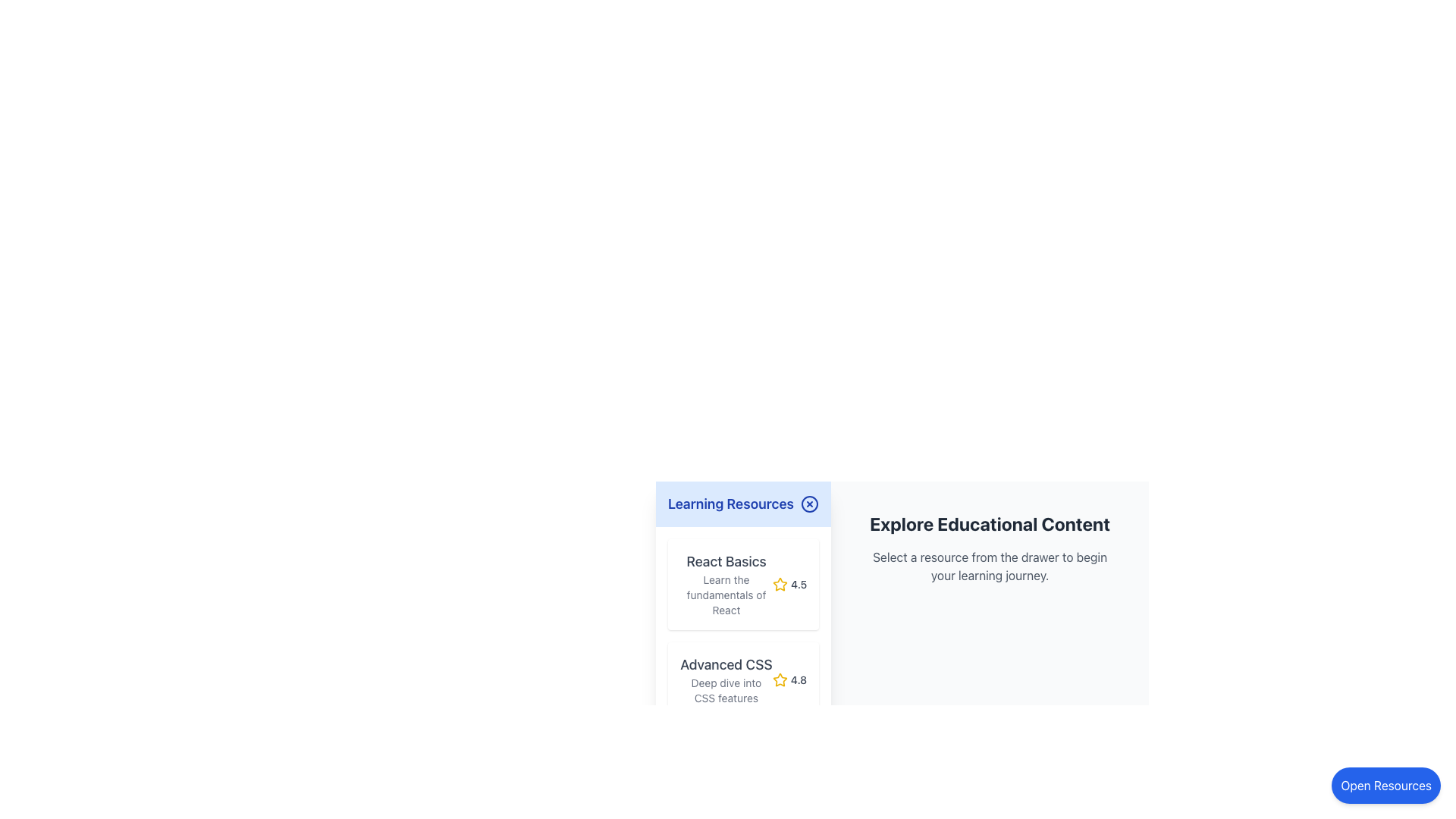 The image size is (1456, 819). What do you see at coordinates (780, 679) in the screenshot?
I see `the yellow star icon used for rating in the 'React Basics' card within the 'Learning Resources' section to trigger the tooltip` at bounding box center [780, 679].